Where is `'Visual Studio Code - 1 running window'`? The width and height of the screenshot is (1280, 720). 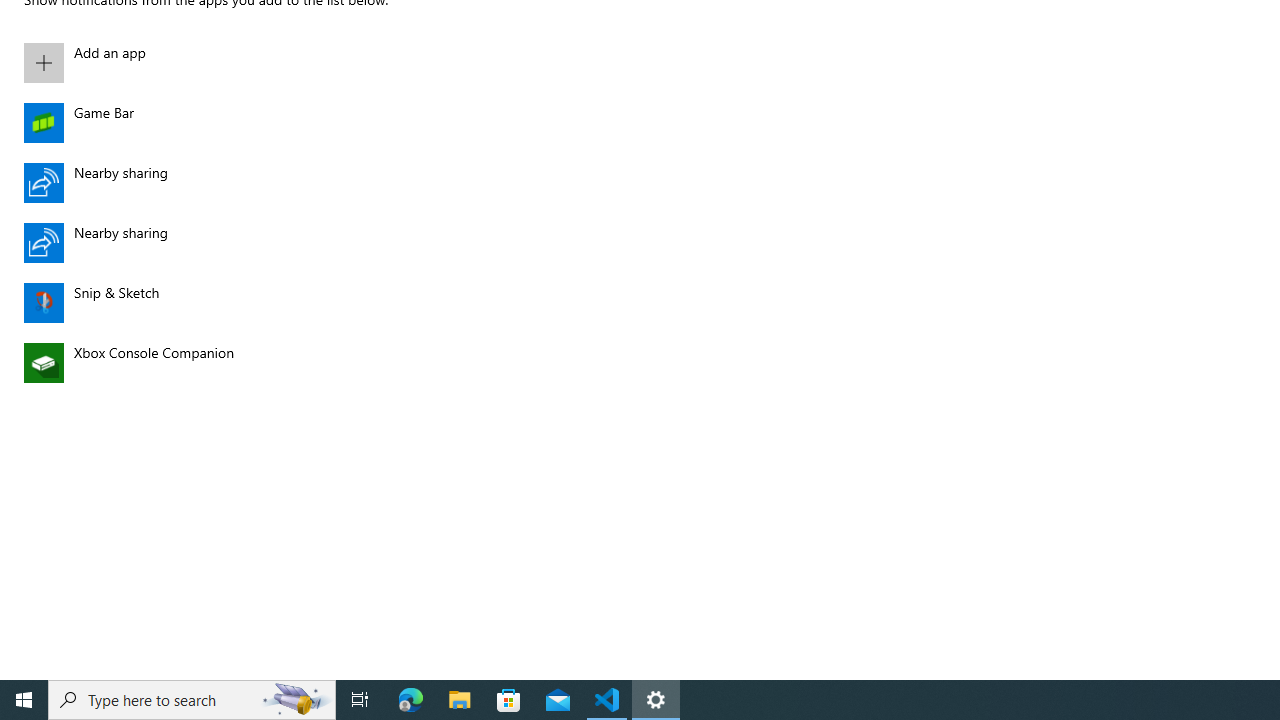
'Visual Studio Code - 1 running window' is located at coordinates (606, 698).